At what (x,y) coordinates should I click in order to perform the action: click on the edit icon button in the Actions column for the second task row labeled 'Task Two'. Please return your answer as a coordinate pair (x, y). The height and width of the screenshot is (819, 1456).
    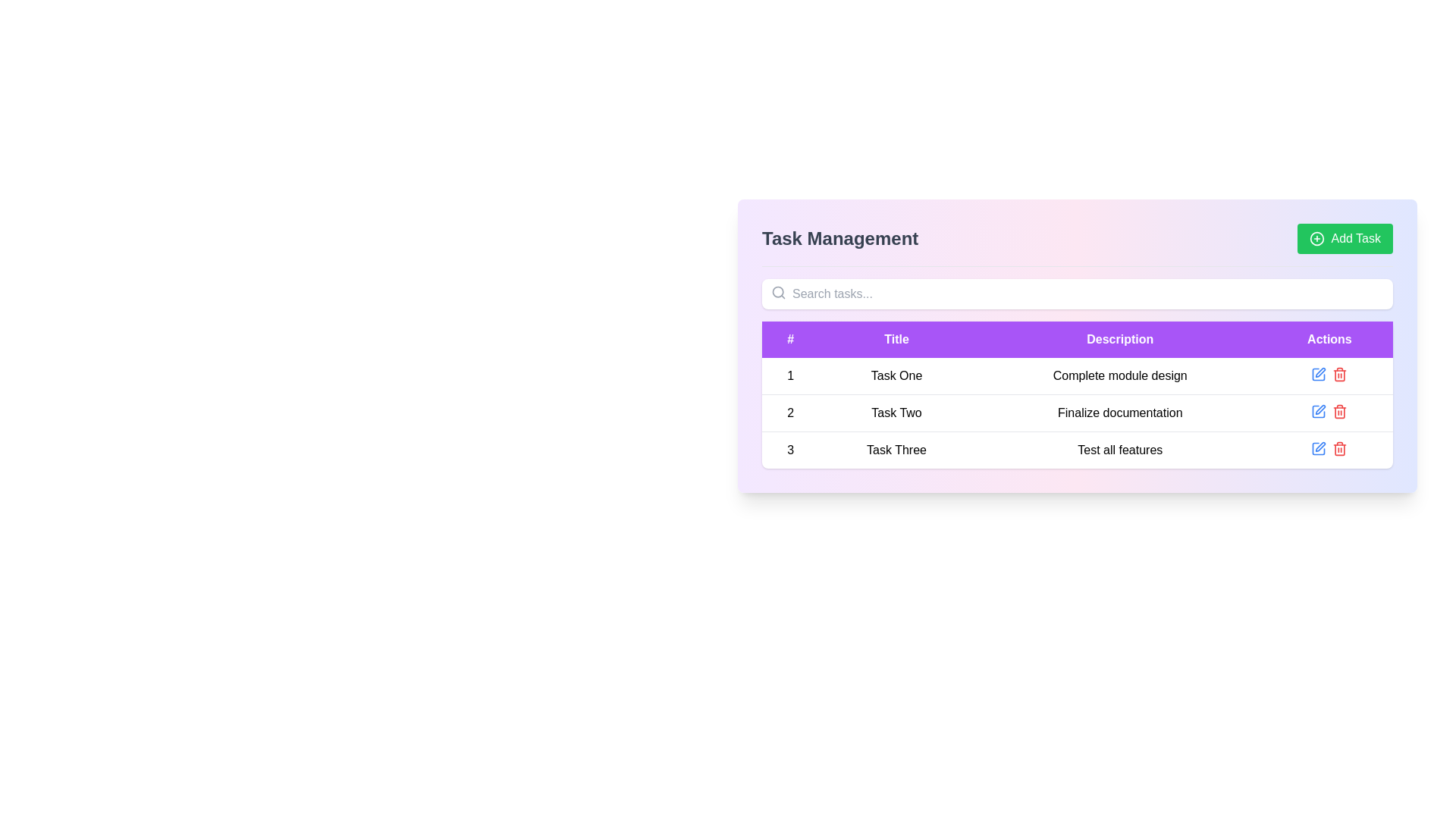
    Looking at the image, I should click on (1320, 409).